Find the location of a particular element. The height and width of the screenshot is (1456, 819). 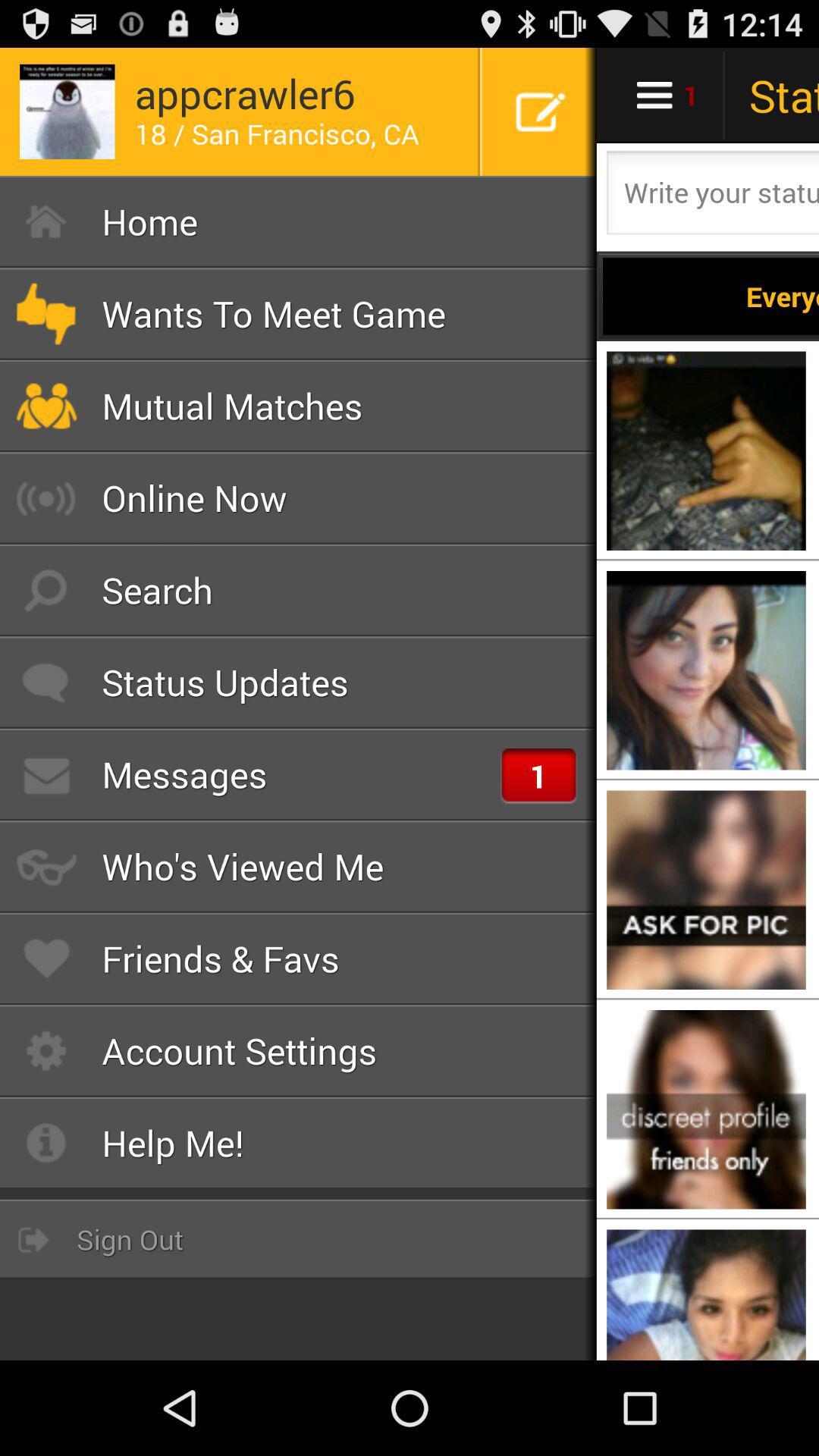

item above friends & favs icon is located at coordinates (298, 866).